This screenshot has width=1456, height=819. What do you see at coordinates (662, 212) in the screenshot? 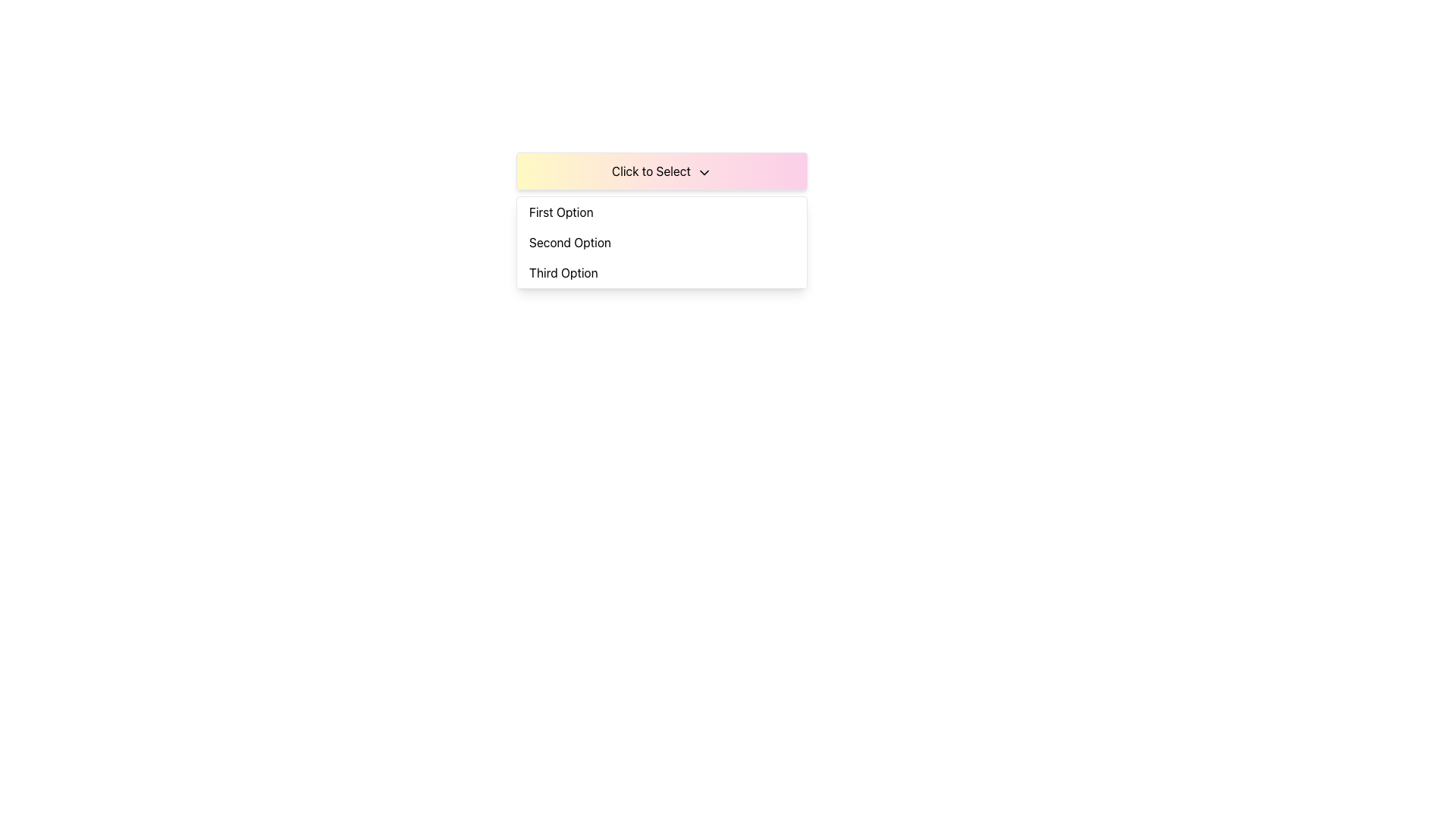
I see `the 'First Option' button in the dropdown menu` at bounding box center [662, 212].